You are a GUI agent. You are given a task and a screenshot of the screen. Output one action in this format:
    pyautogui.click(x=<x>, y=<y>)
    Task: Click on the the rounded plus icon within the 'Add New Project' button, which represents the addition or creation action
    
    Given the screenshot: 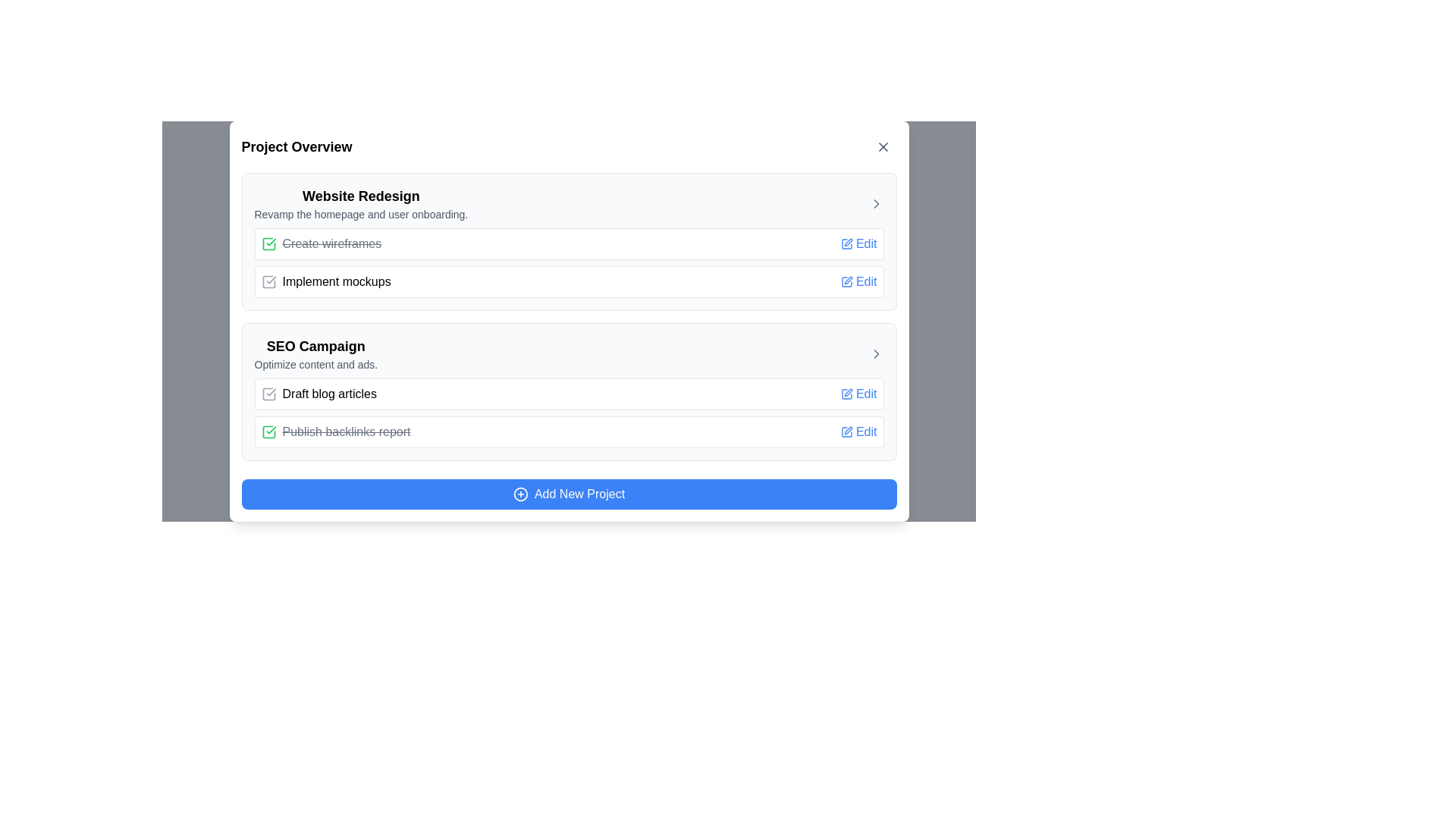 What is the action you would take?
    pyautogui.click(x=520, y=494)
    